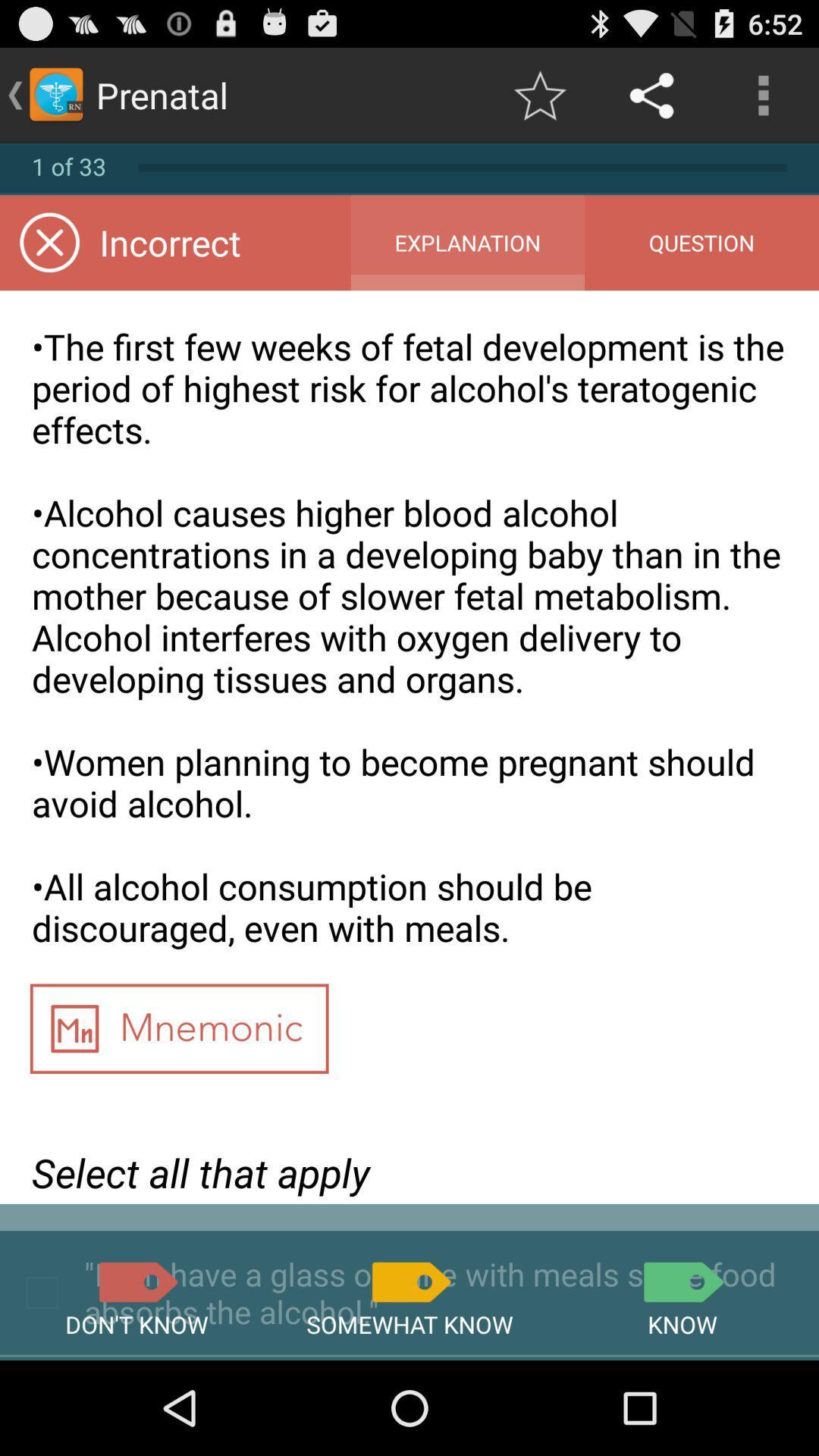 The height and width of the screenshot is (1456, 819). What do you see at coordinates (701, 243) in the screenshot?
I see `icon to the right of the explanation button` at bounding box center [701, 243].